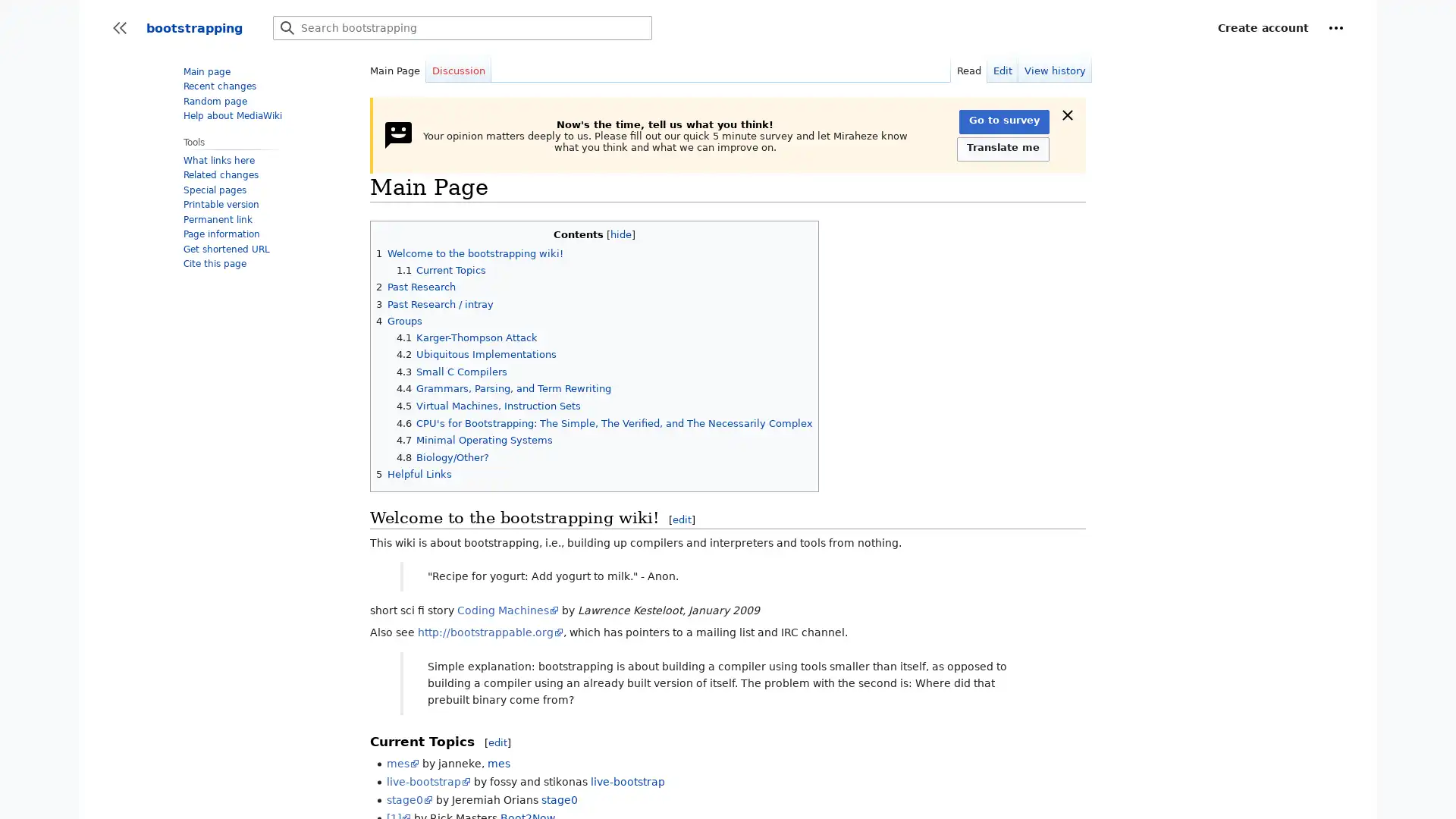 The width and height of the screenshot is (1456, 819). I want to click on Toggle sidebar, so click(119, 28).